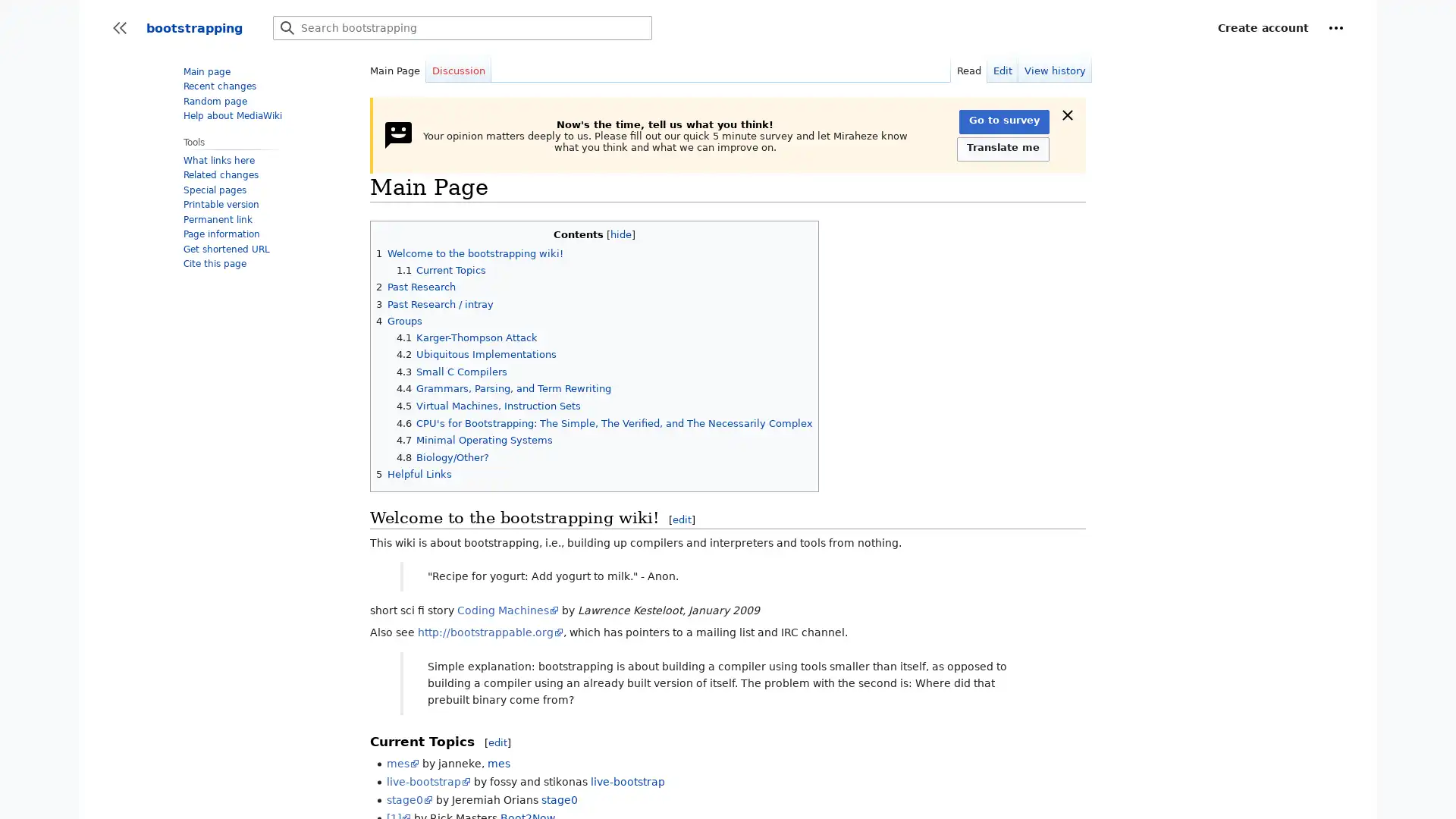 The width and height of the screenshot is (1456, 819). I want to click on Toggle sidebar, so click(119, 28).